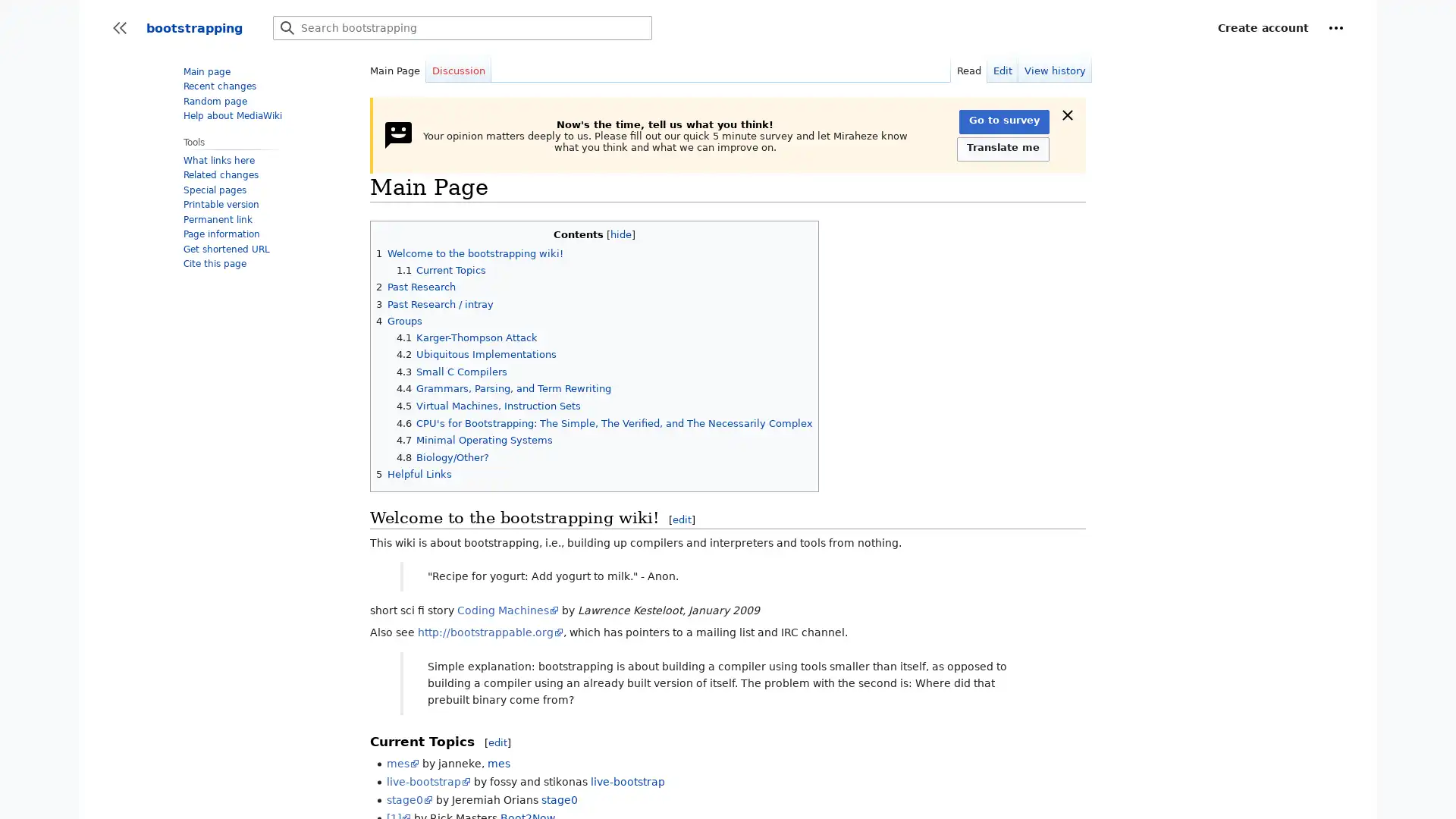 The width and height of the screenshot is (1456, 819). I want to click on Toggle sidebar, so click(119, 28).